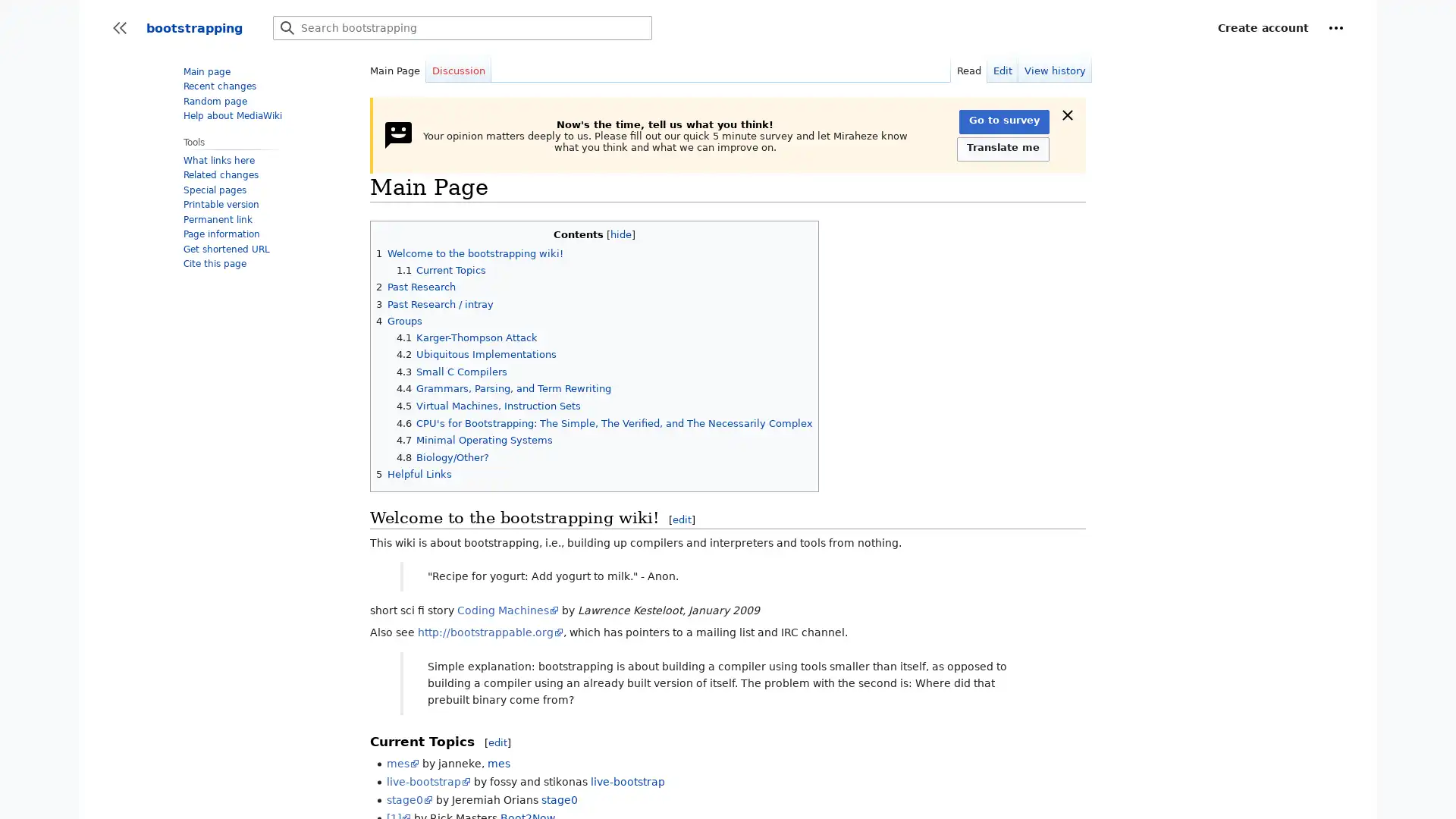 The width and height of the screenshot is (1456, 819). I want to click on Toggle sidebar, so click(119, 28).